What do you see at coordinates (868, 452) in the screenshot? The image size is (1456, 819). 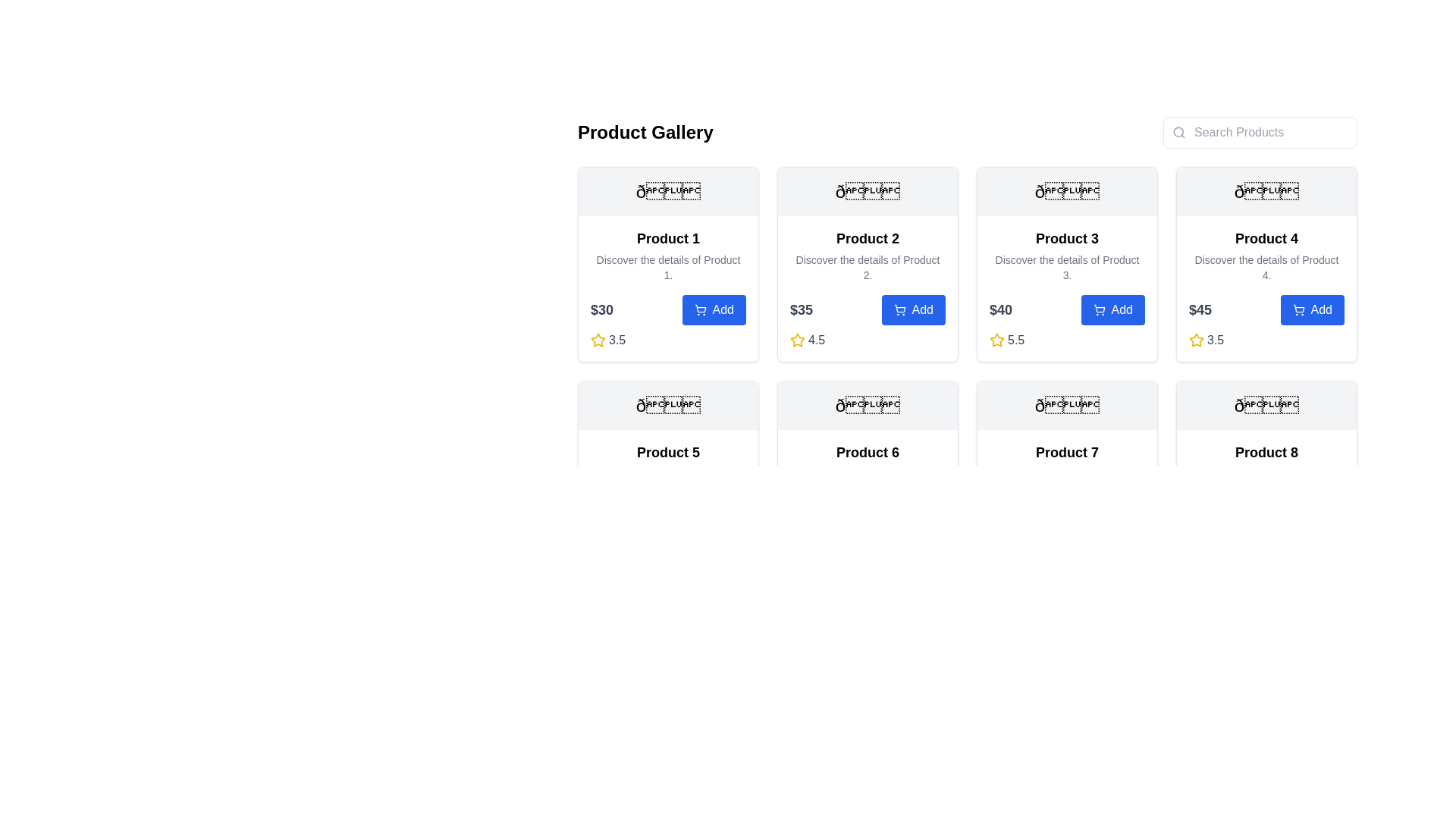 I see `the text label that reads 'Product 6', which is displayed in bold and larger font size, located centrally within the sixth product card in a grid layout` at bounding box center [868, 452].